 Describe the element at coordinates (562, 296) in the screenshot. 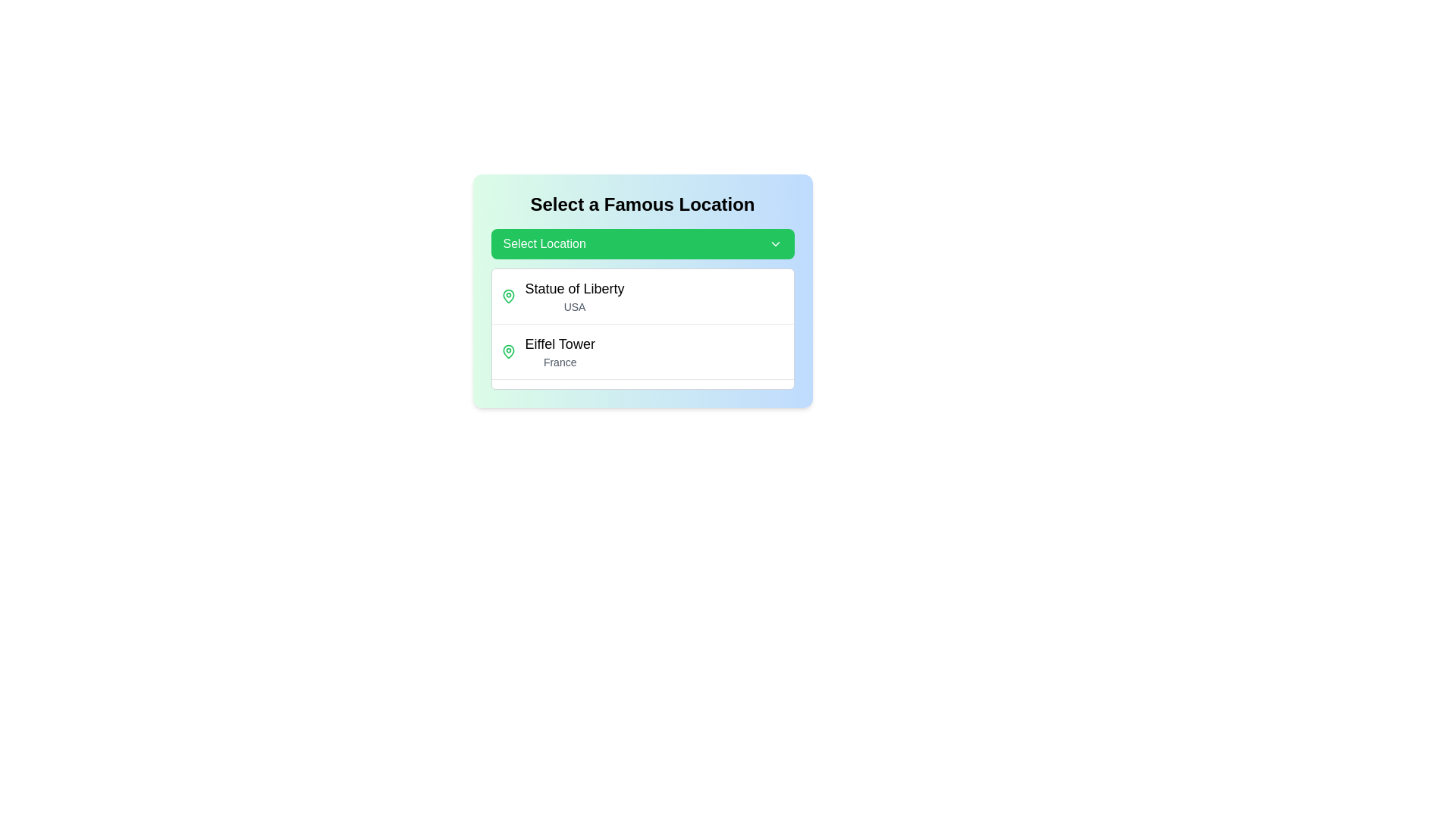

I see `the 'Statue of Liberty, USA' selection option in the dropdown menu` at that location.